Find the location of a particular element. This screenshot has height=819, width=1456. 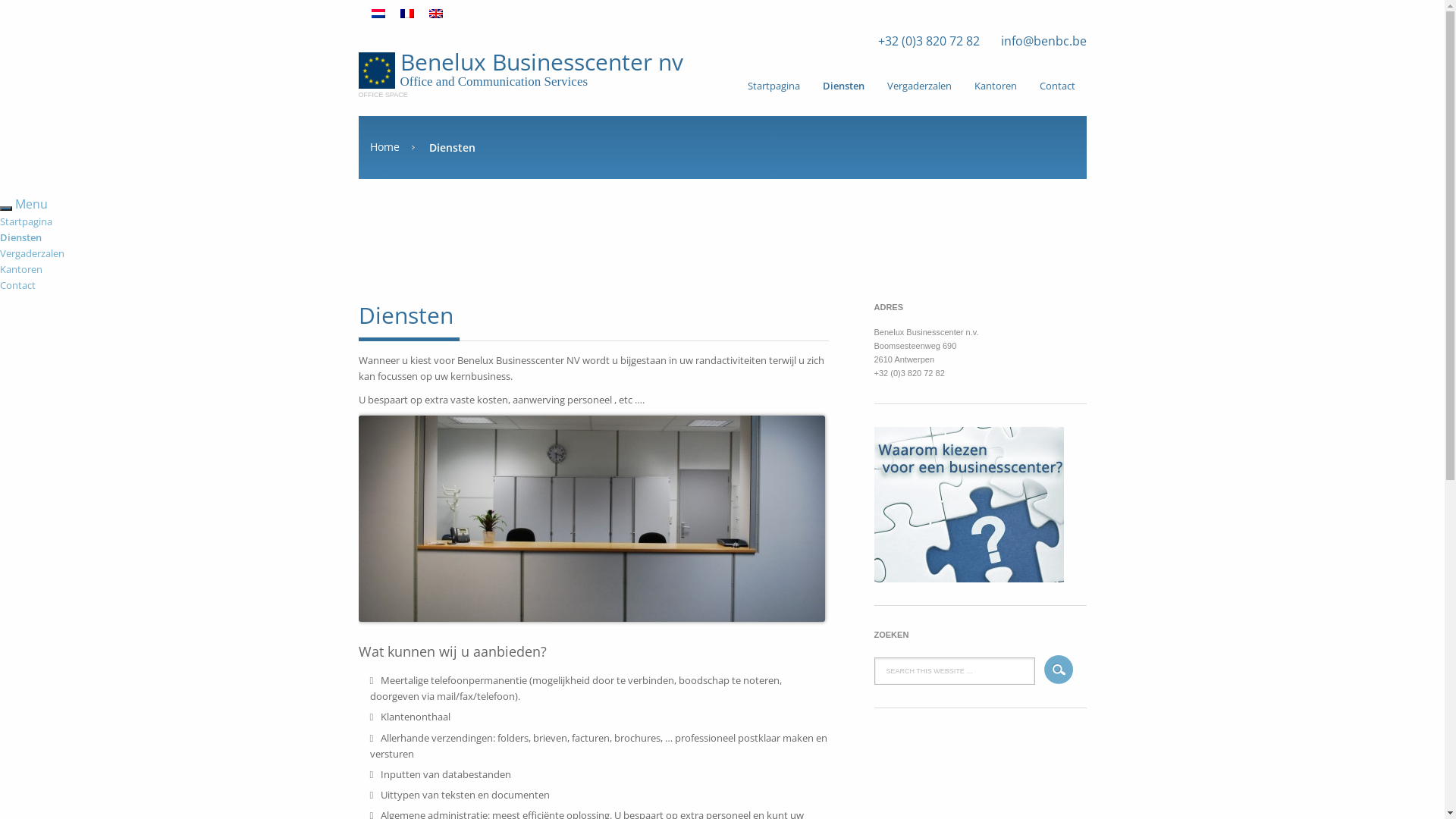

'Kantoren' is located at coordinates (996, 85).